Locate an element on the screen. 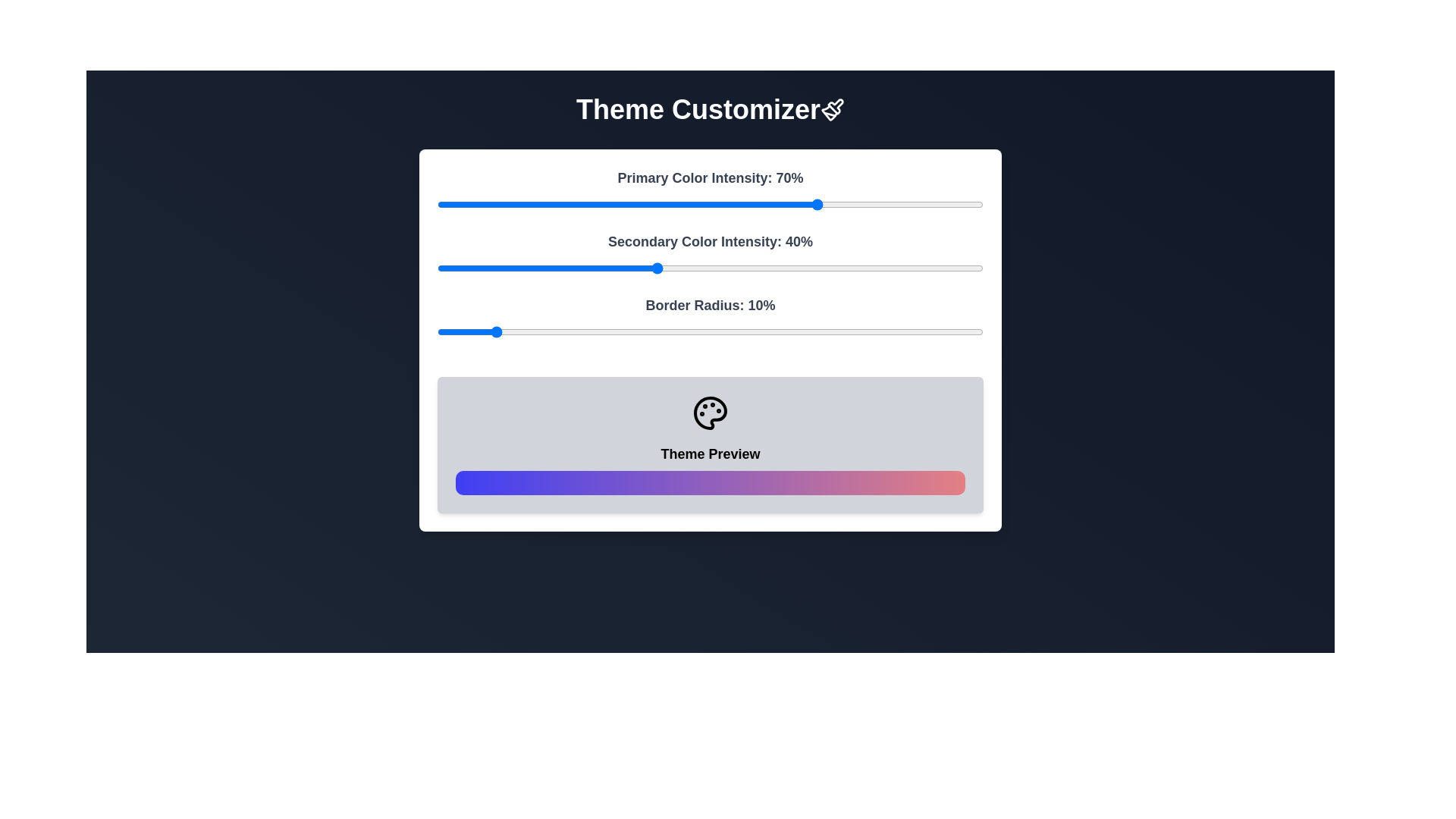 This screenshot has width=1456, height=819. the Primary Color Intensity slider to 80% is located at coordinates (874, 205).